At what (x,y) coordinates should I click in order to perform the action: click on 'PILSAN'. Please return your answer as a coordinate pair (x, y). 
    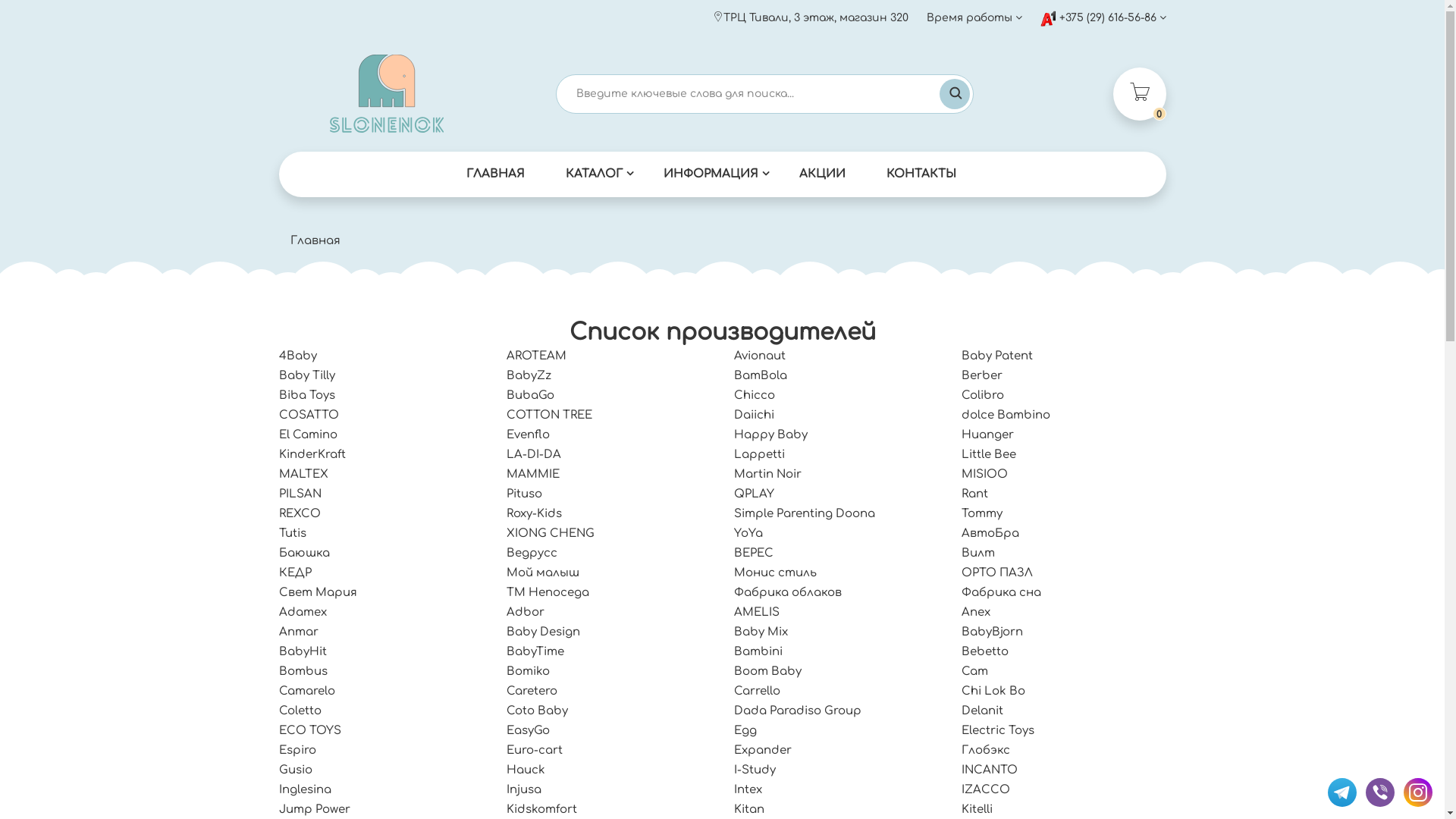
    Looking at the image, I should click on (279, 494).